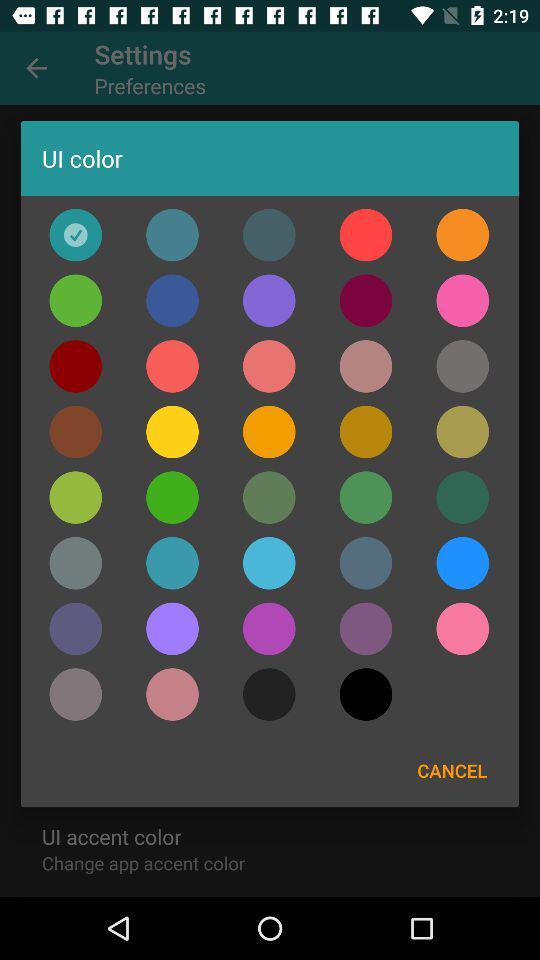 This screenshot has height=960, width=540. I want to click on change ui color, so click(269, 365).